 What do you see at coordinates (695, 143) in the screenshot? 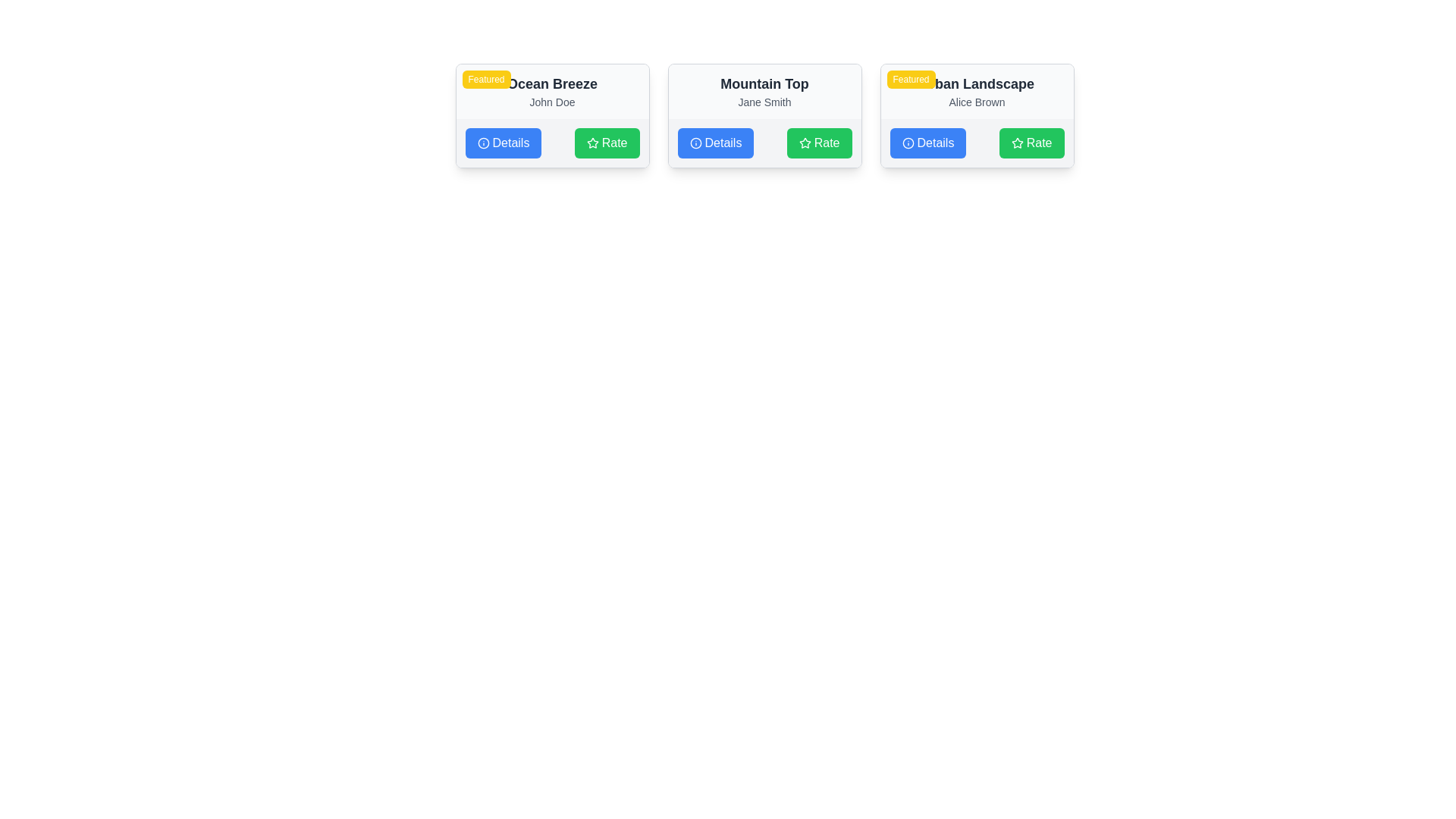
I see `the circular 'i' icon with a blue background and white outline located within the 'Details' button of the middle card` at bounding box center [695, 143].